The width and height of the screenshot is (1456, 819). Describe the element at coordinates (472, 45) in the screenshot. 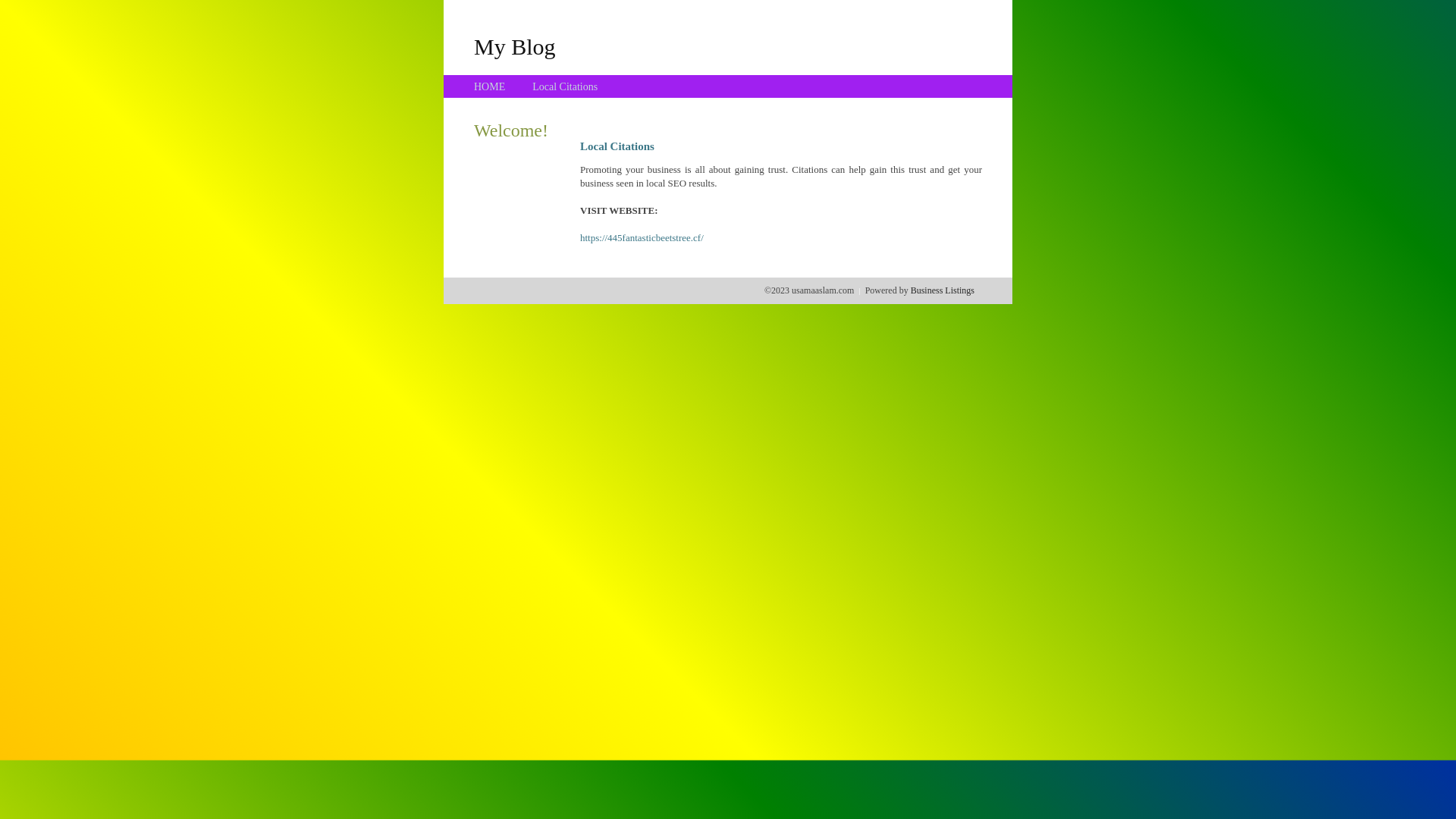

I see `'My Blog'` at that location.